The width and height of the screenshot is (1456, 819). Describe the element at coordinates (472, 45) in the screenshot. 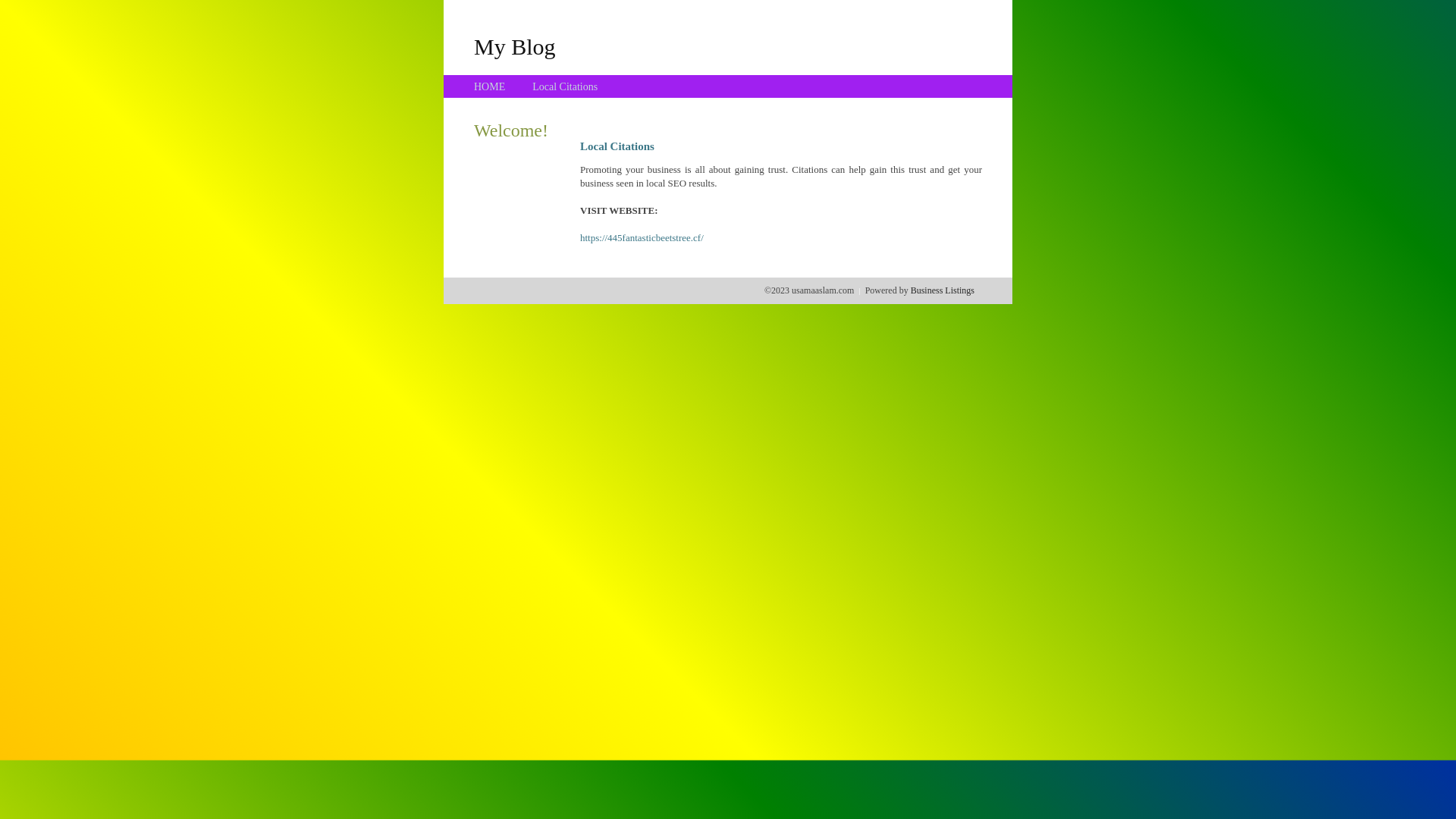

I see `'My Blog'` at that location.